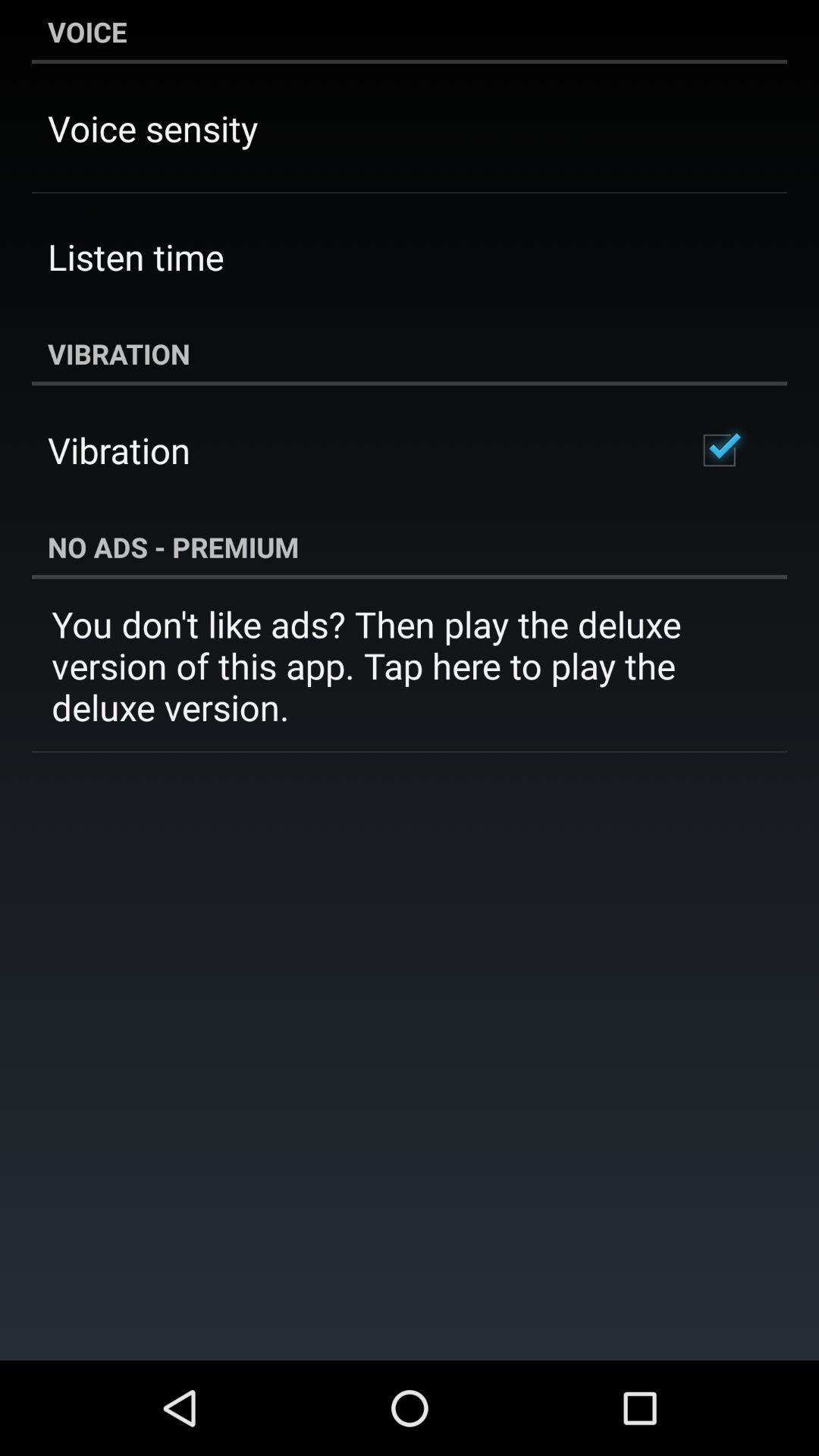  I want to click on listen time app, so click(135, 256).